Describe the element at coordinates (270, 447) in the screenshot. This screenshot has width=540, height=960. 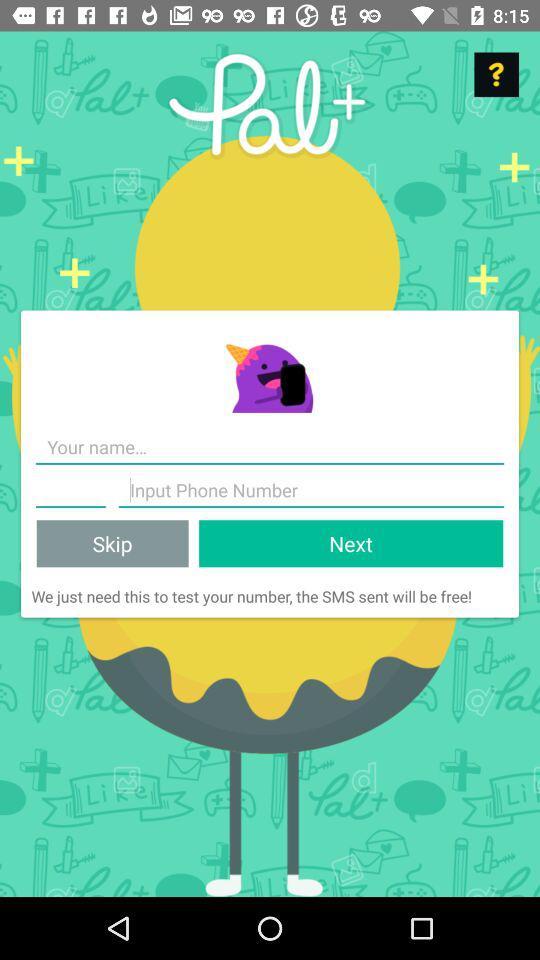
I see `input name` at that location.